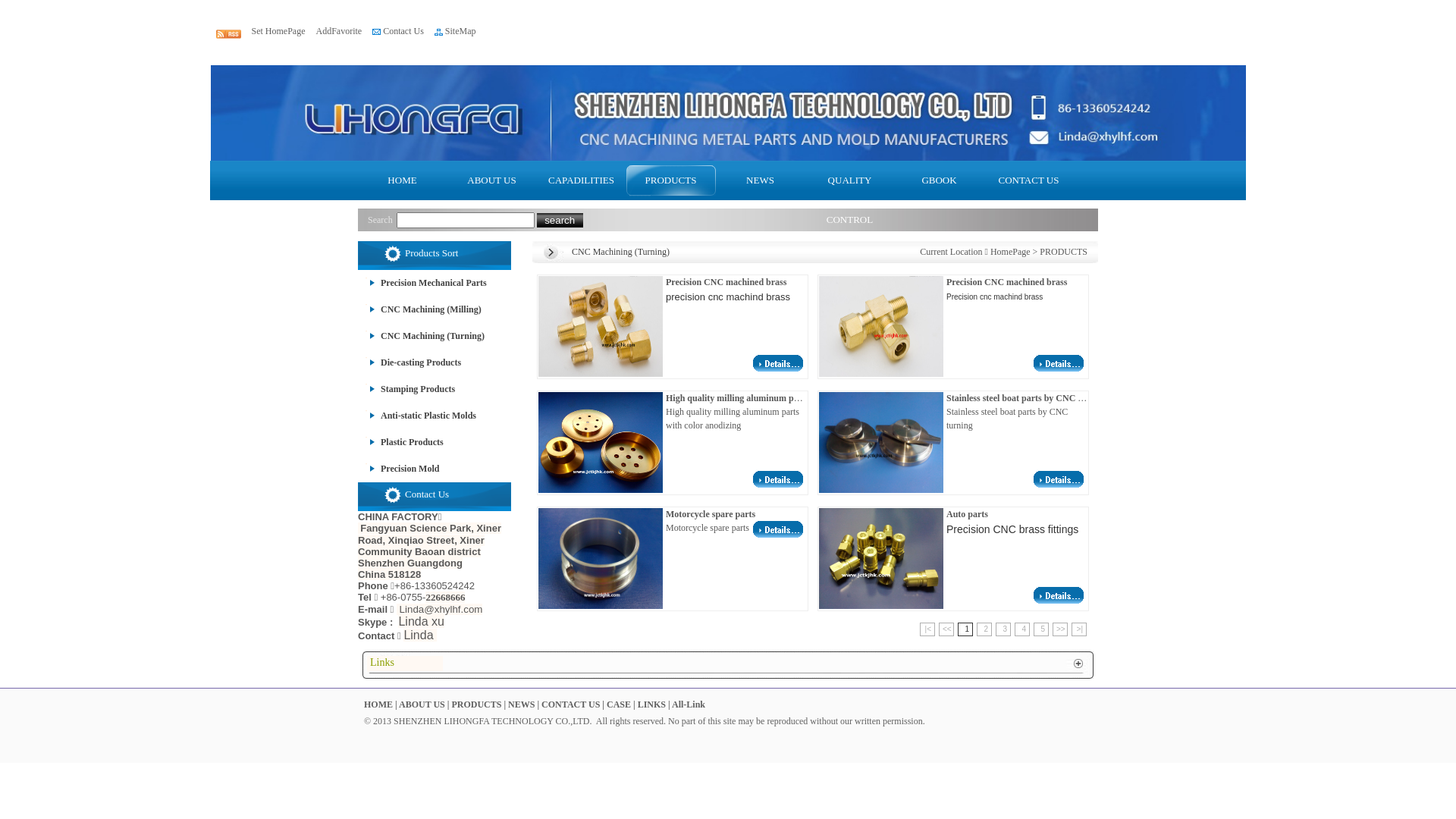 The image size is (1456, 819). I want to click on 'GBOOK', so click(938, 180).